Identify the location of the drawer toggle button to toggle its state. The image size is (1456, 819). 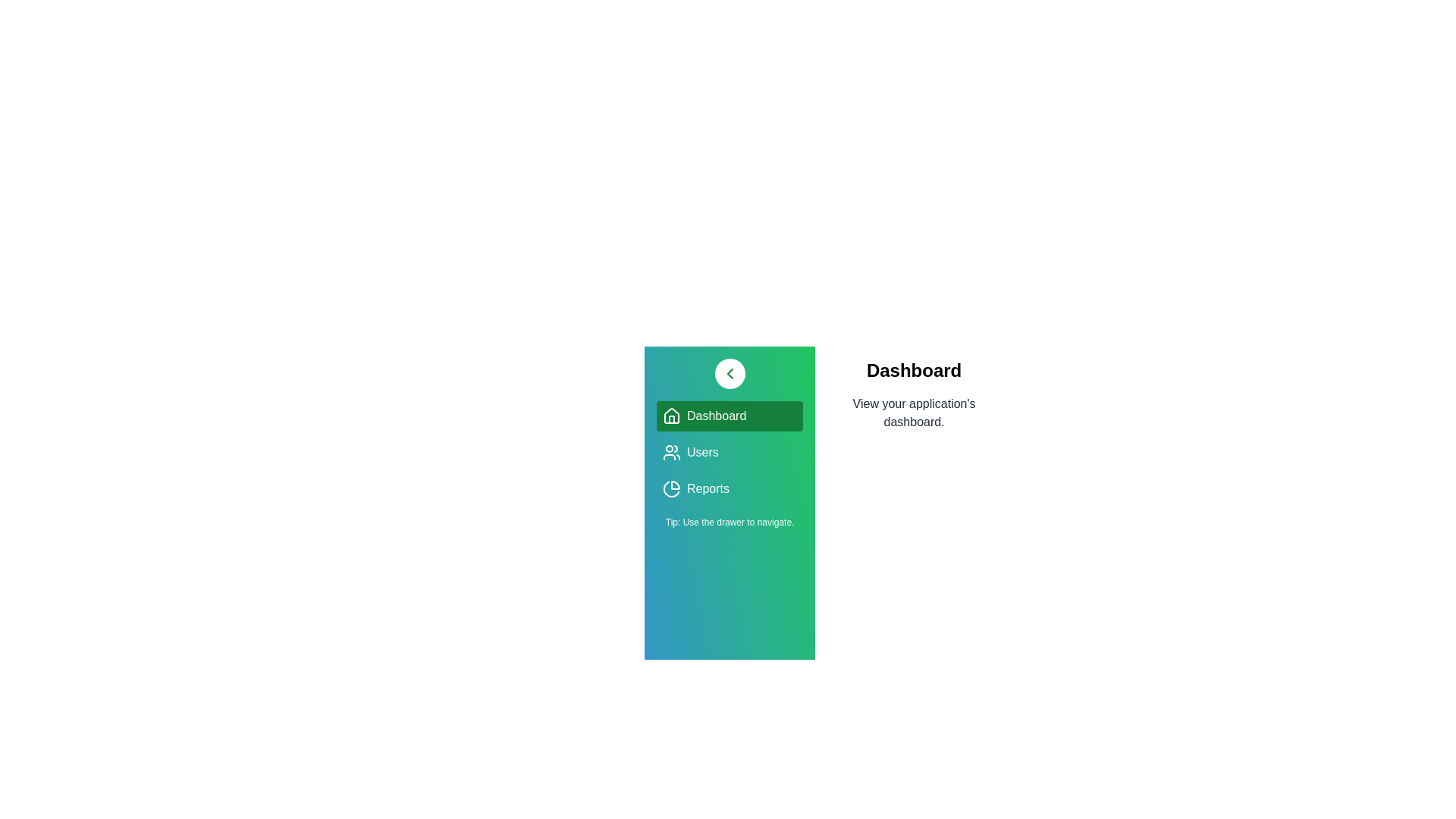
(729, 374).